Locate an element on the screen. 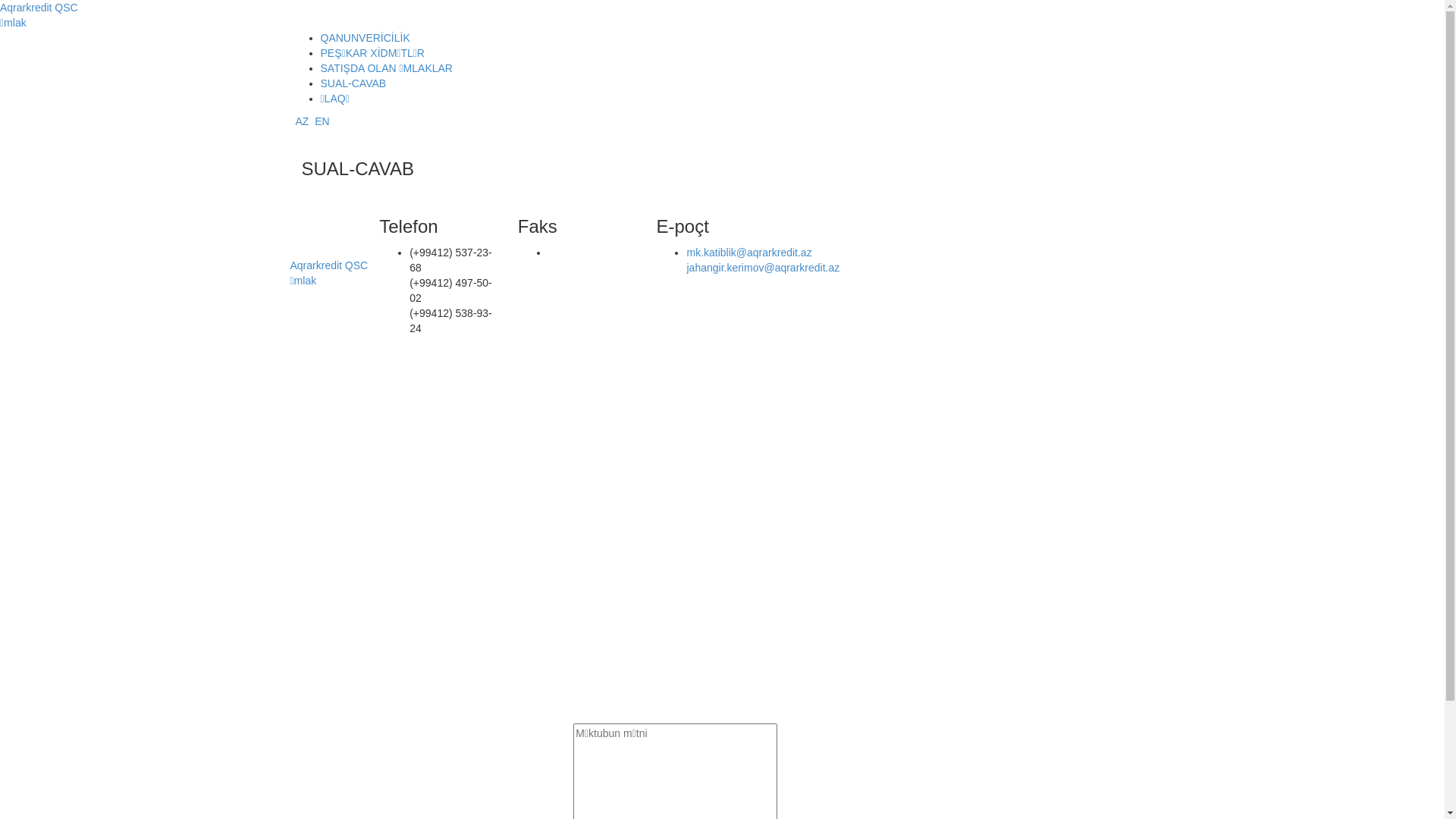  'mk.katiblik@aqrarkredit.az is located at coordinates (763, 259).